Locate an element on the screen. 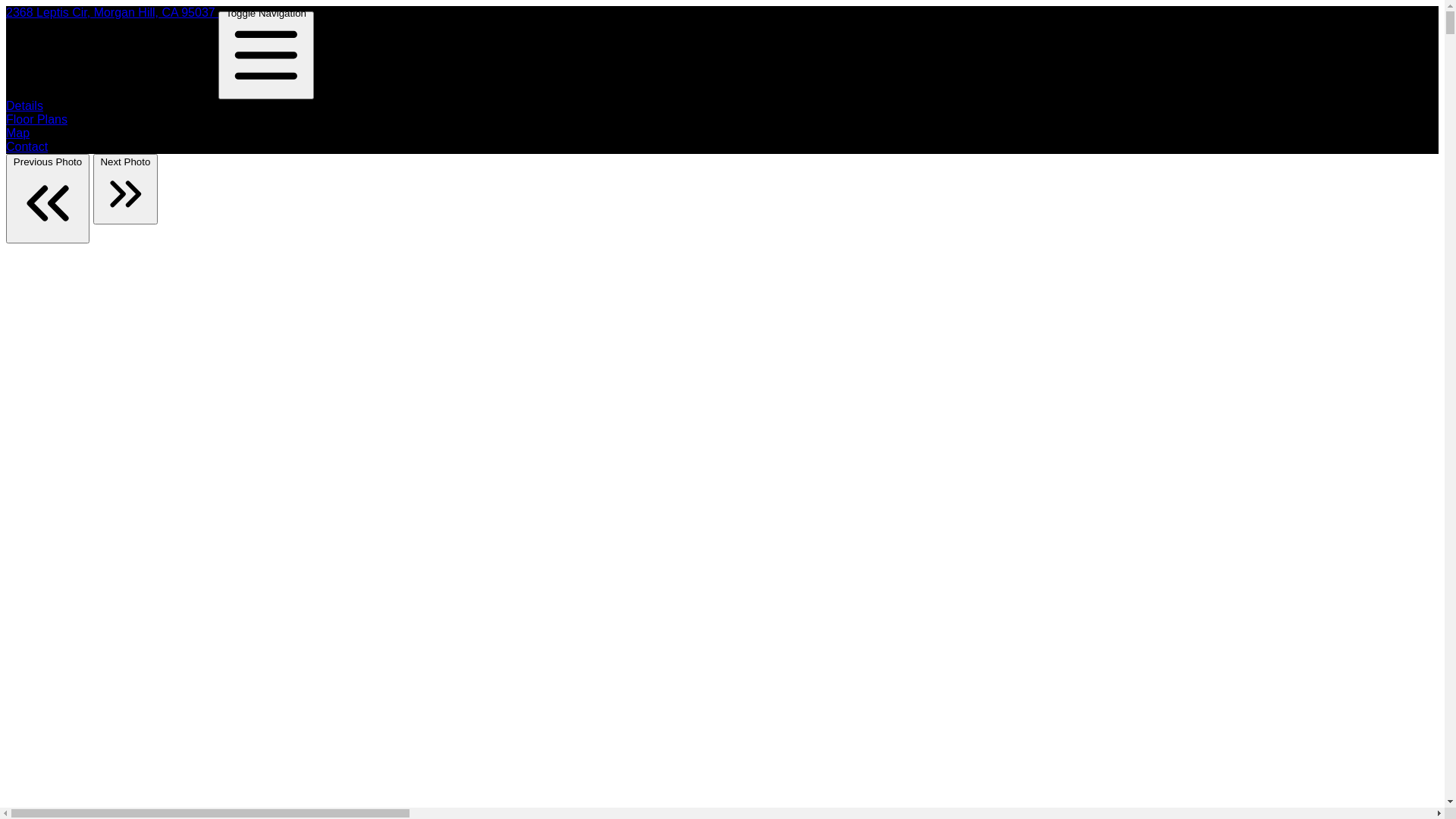  'Floor Plans' is located at coordinates (36, 118).